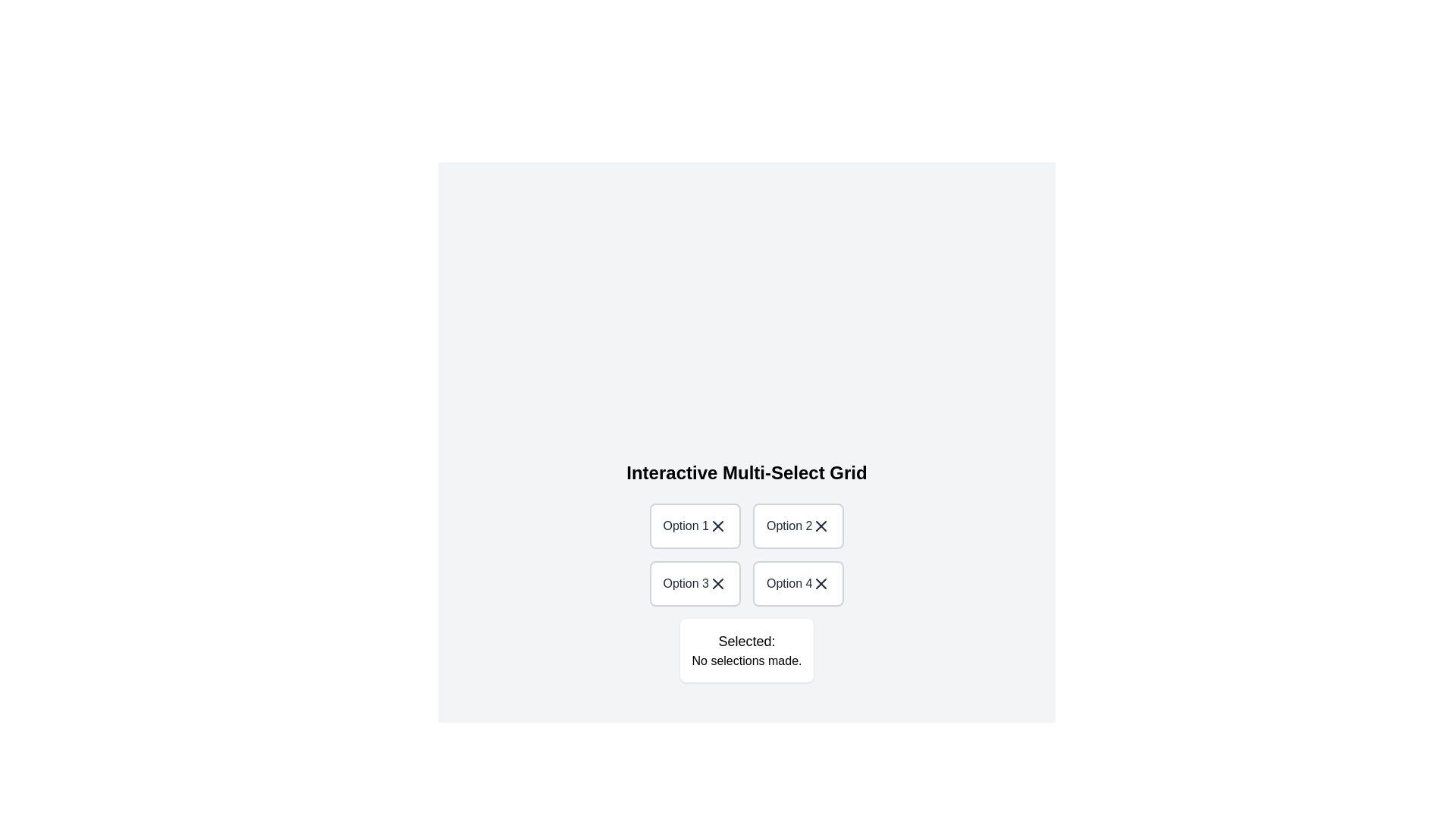  Describe the element at coordinates (694, 526) in the screenshot. I see `the option Option 1 by clicking on it` at that location.